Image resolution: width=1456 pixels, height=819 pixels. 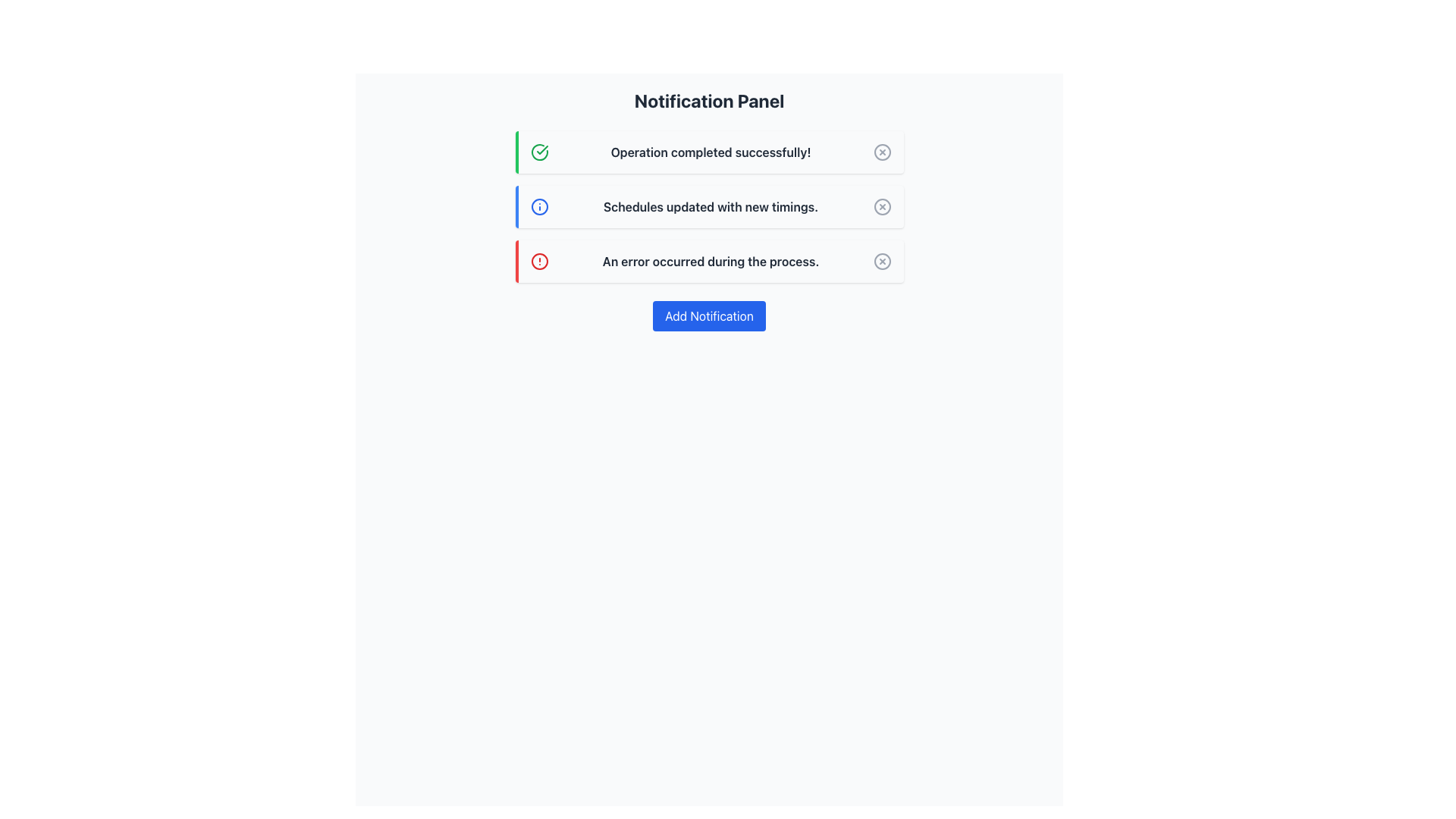 What do you see at coordinates (708, 100) in the screenshot?
I see `'Notification Panel' header text, which is a prominent and bold label located at the top-center of the page` at bounding box center [708, 100].